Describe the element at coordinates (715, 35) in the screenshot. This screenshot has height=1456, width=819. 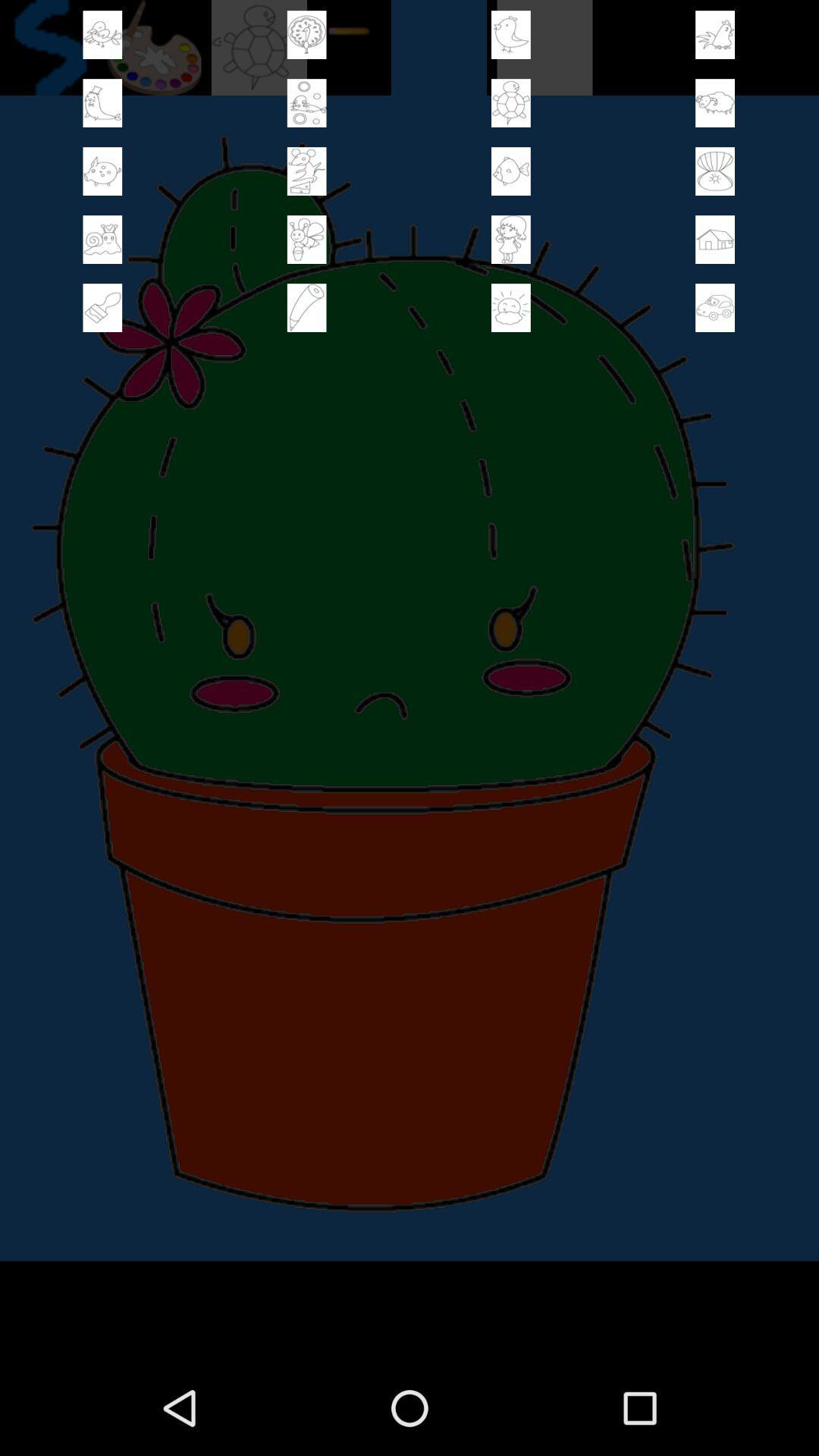
I see `sticker` at that location.